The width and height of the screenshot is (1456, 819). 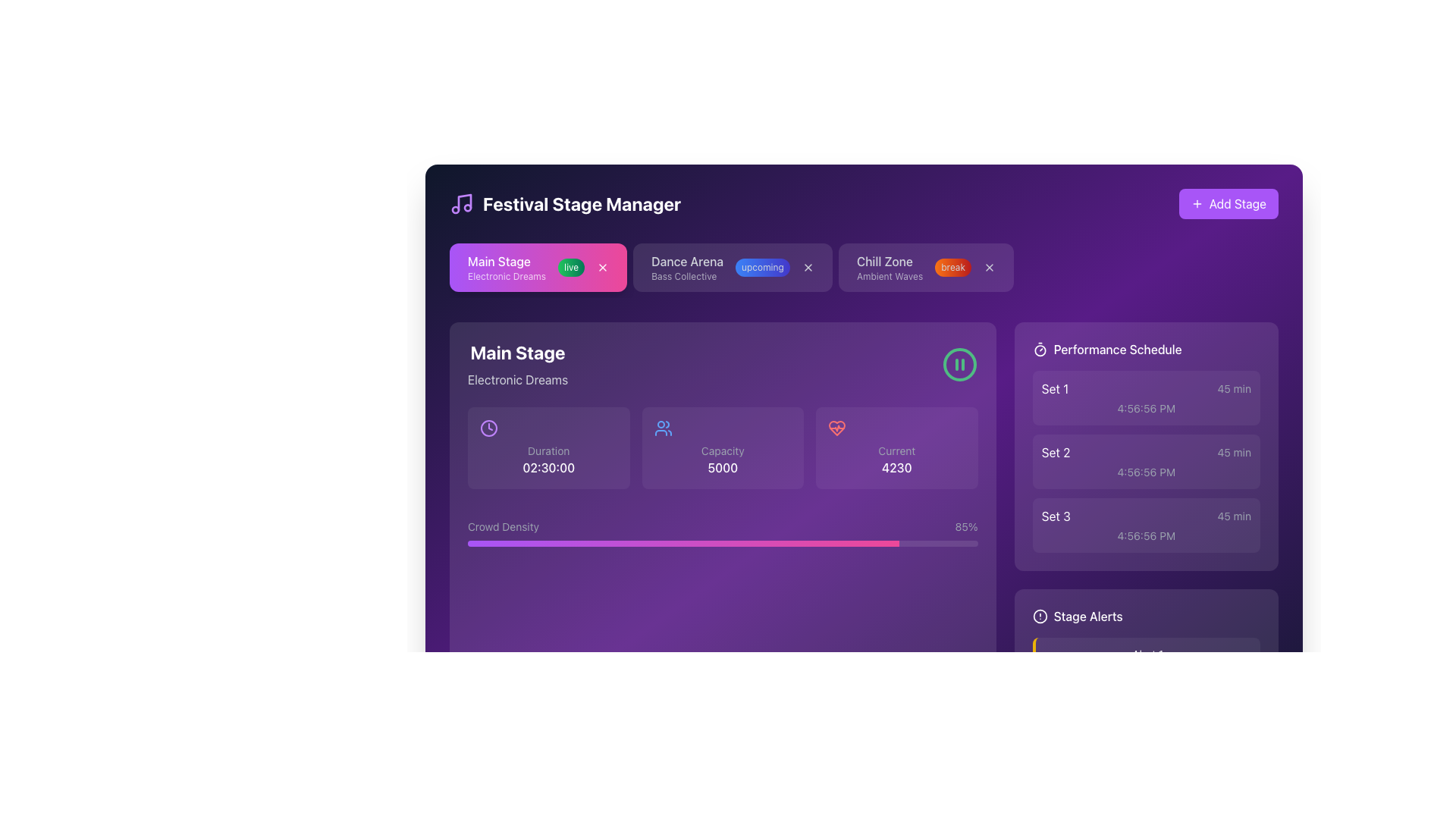 What do you see at coordinates (1228, 203) in the screenshot?
I see `the button located in the top right corner of the interface` at bounding box center [1228, 203].